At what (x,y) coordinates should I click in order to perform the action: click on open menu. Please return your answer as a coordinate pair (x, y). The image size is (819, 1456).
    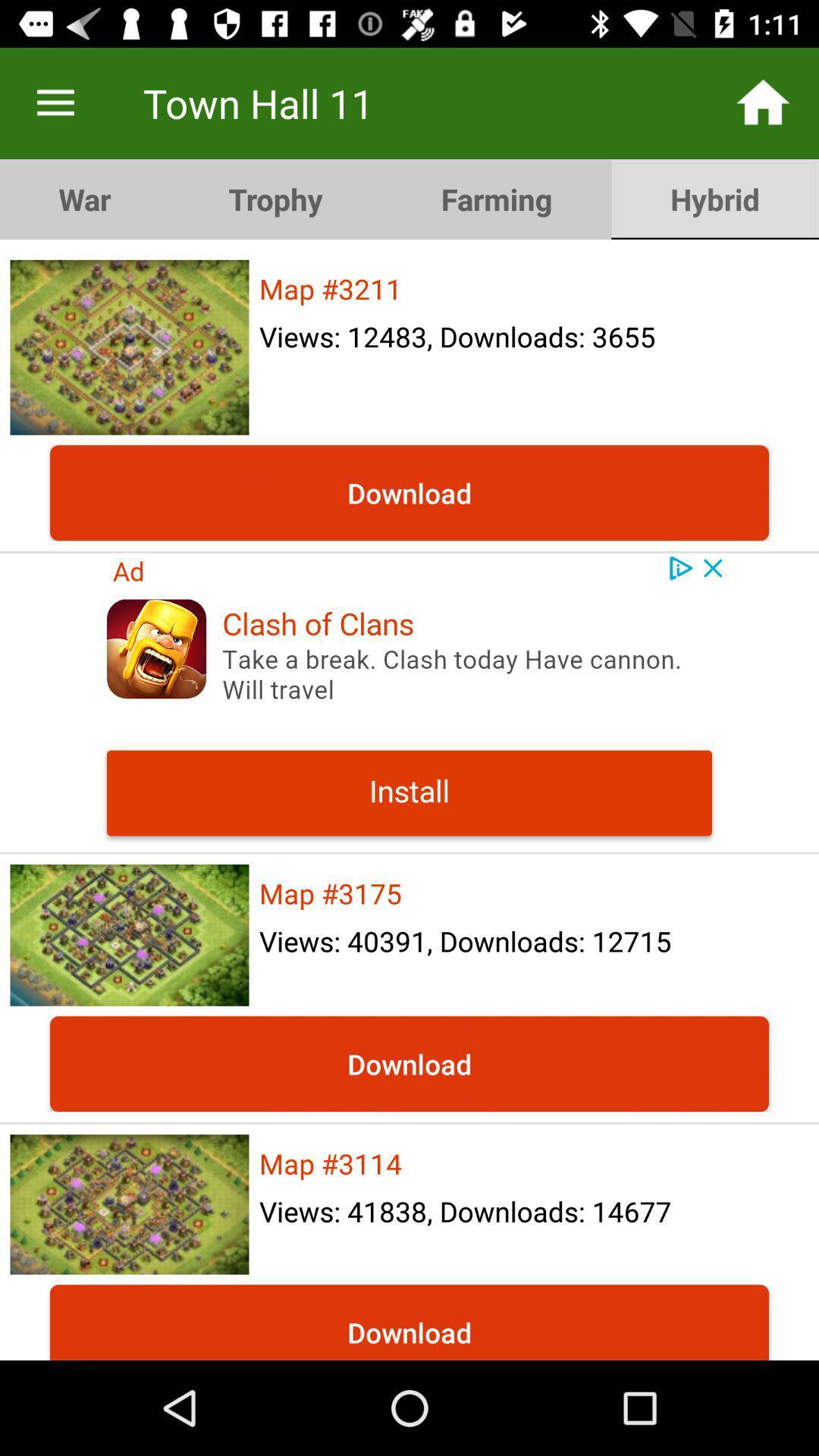
    Looking at the image, I should click on (55, 102).